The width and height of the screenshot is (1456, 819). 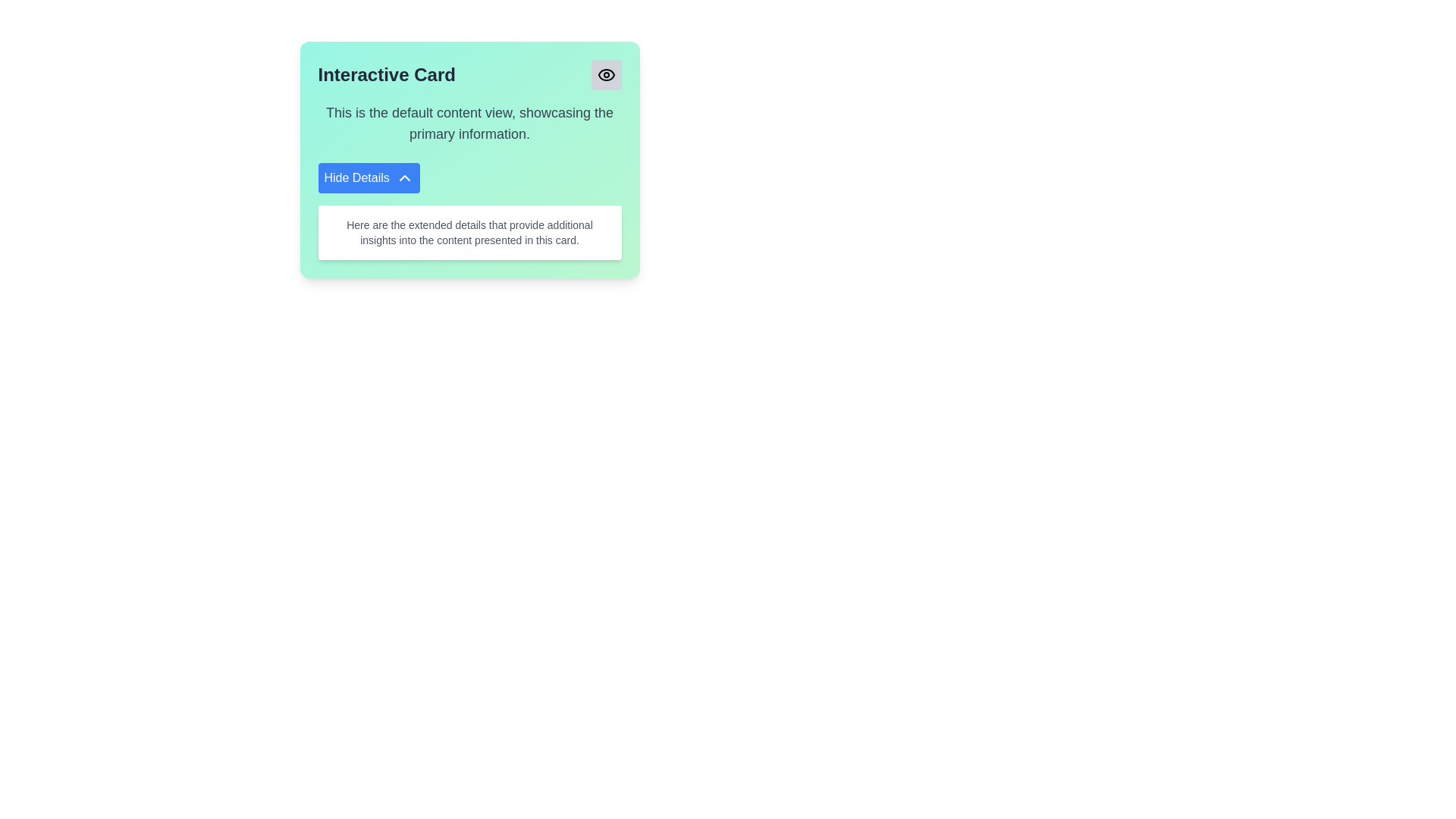 I want to click on the rectangular button with a blue background and white text 'Hide Details', so click(x=369, y=177).